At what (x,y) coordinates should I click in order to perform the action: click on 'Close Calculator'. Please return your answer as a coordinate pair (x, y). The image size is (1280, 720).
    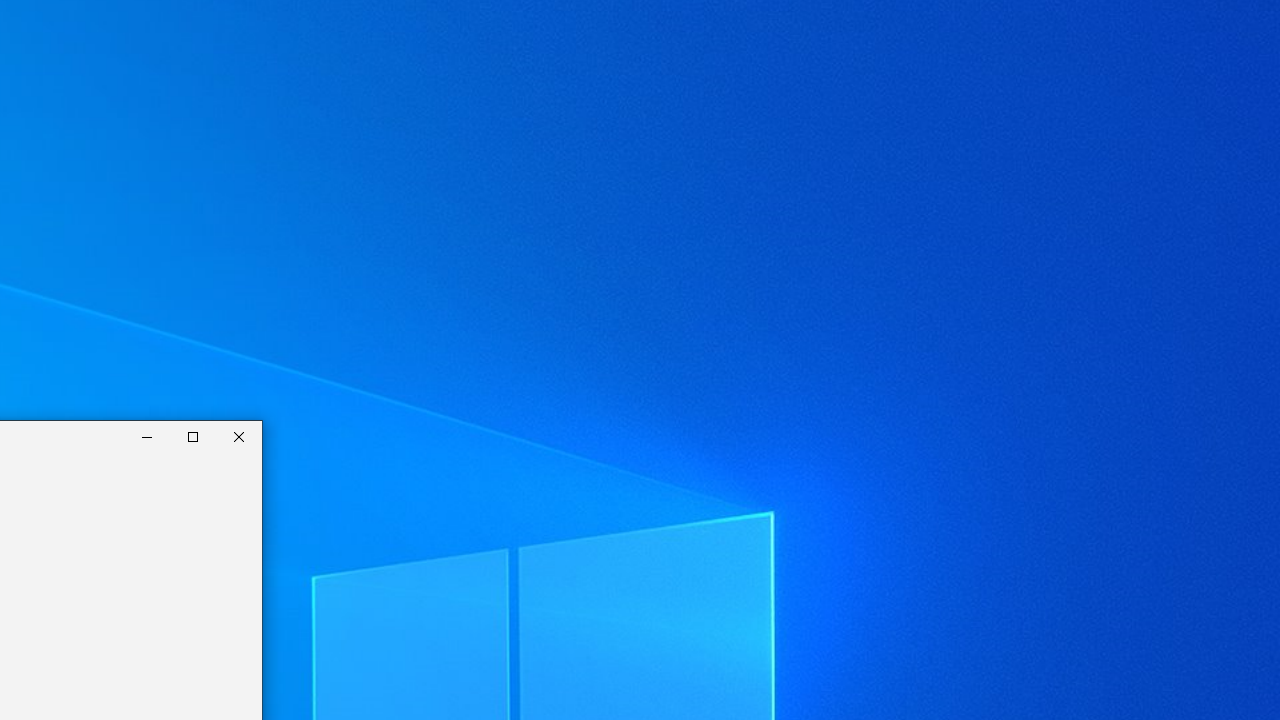
    Looking at the image, I should click on (239, 436).